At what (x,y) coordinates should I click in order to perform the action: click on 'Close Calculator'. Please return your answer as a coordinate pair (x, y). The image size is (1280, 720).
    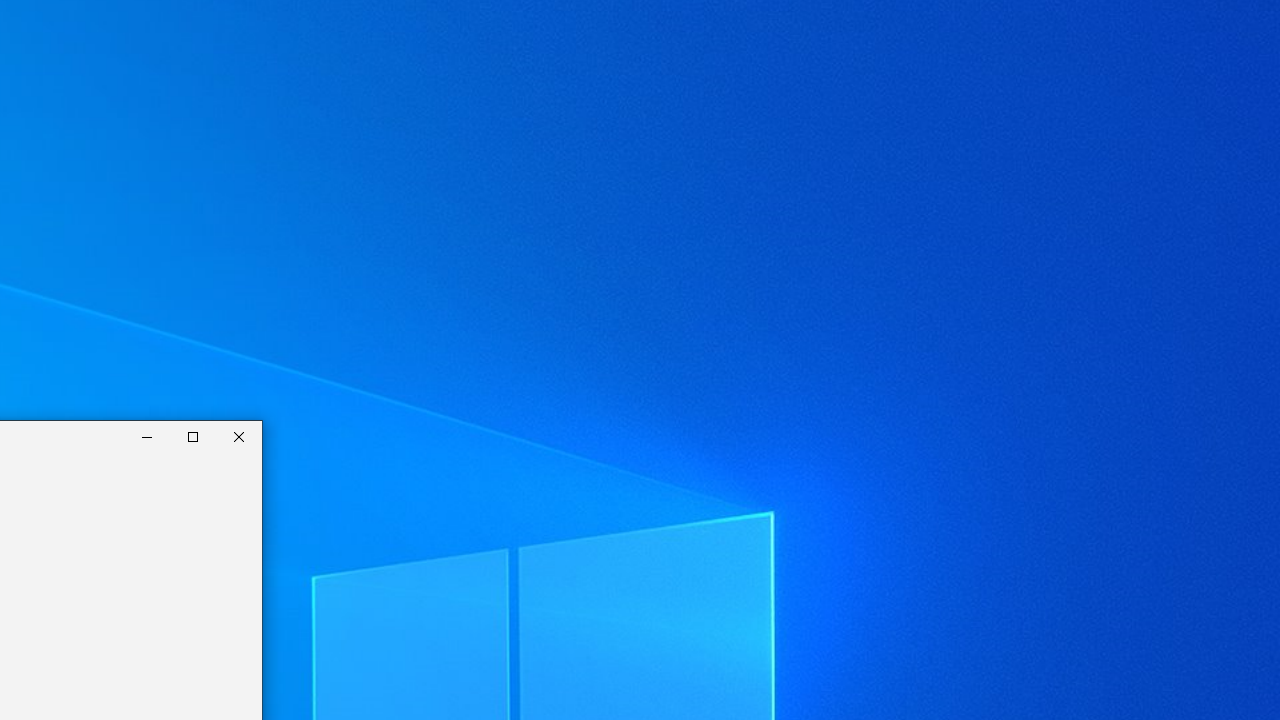
    Looking at the image, I should click on (239, 436).